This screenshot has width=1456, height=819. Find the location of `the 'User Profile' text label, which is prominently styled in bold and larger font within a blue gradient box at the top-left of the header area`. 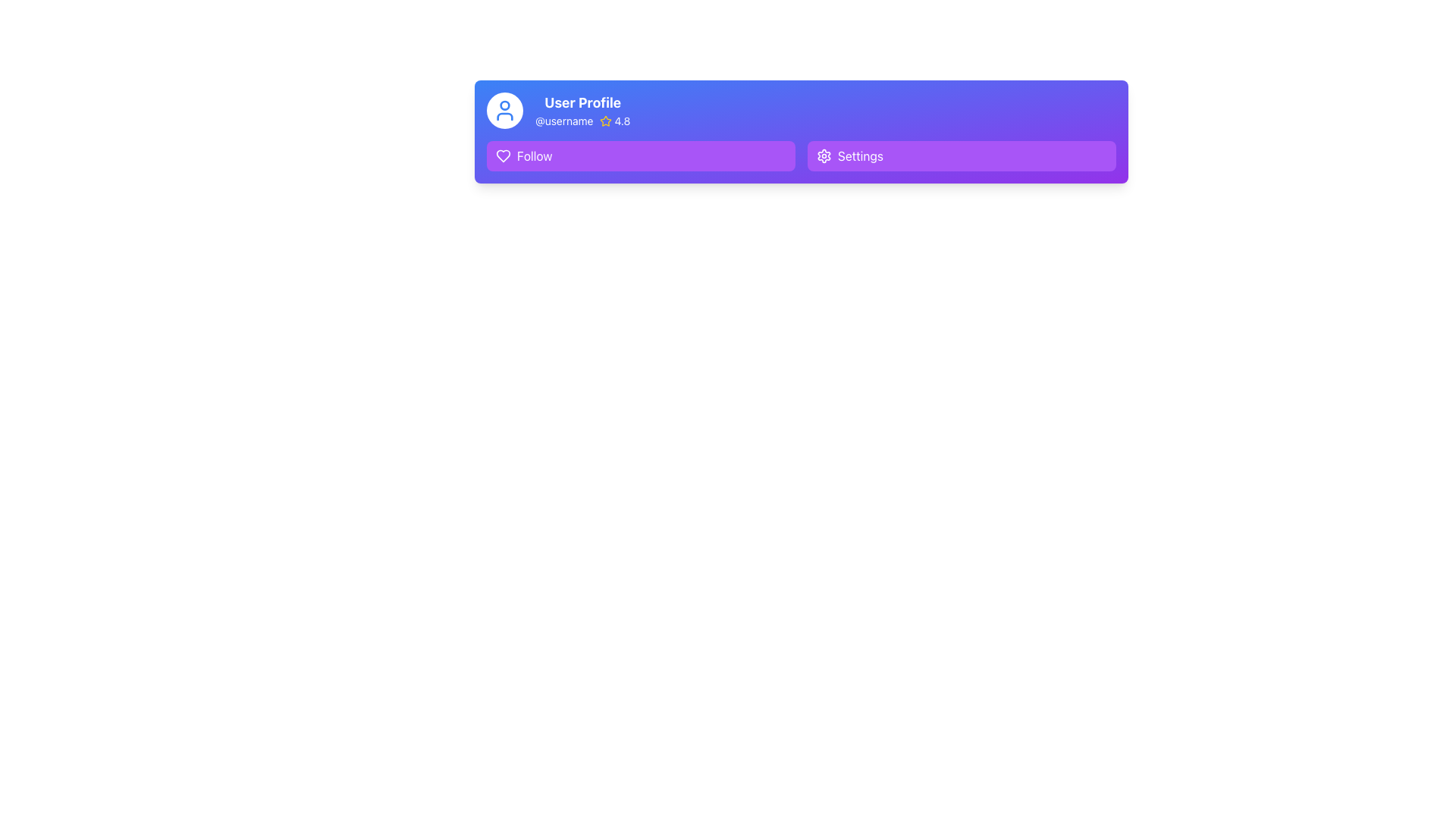

the 'User Profile' text label, which is prominently styled in bold and larger font within a blue gradient box at the top-left of the header area is located at coordinates (582, 102).